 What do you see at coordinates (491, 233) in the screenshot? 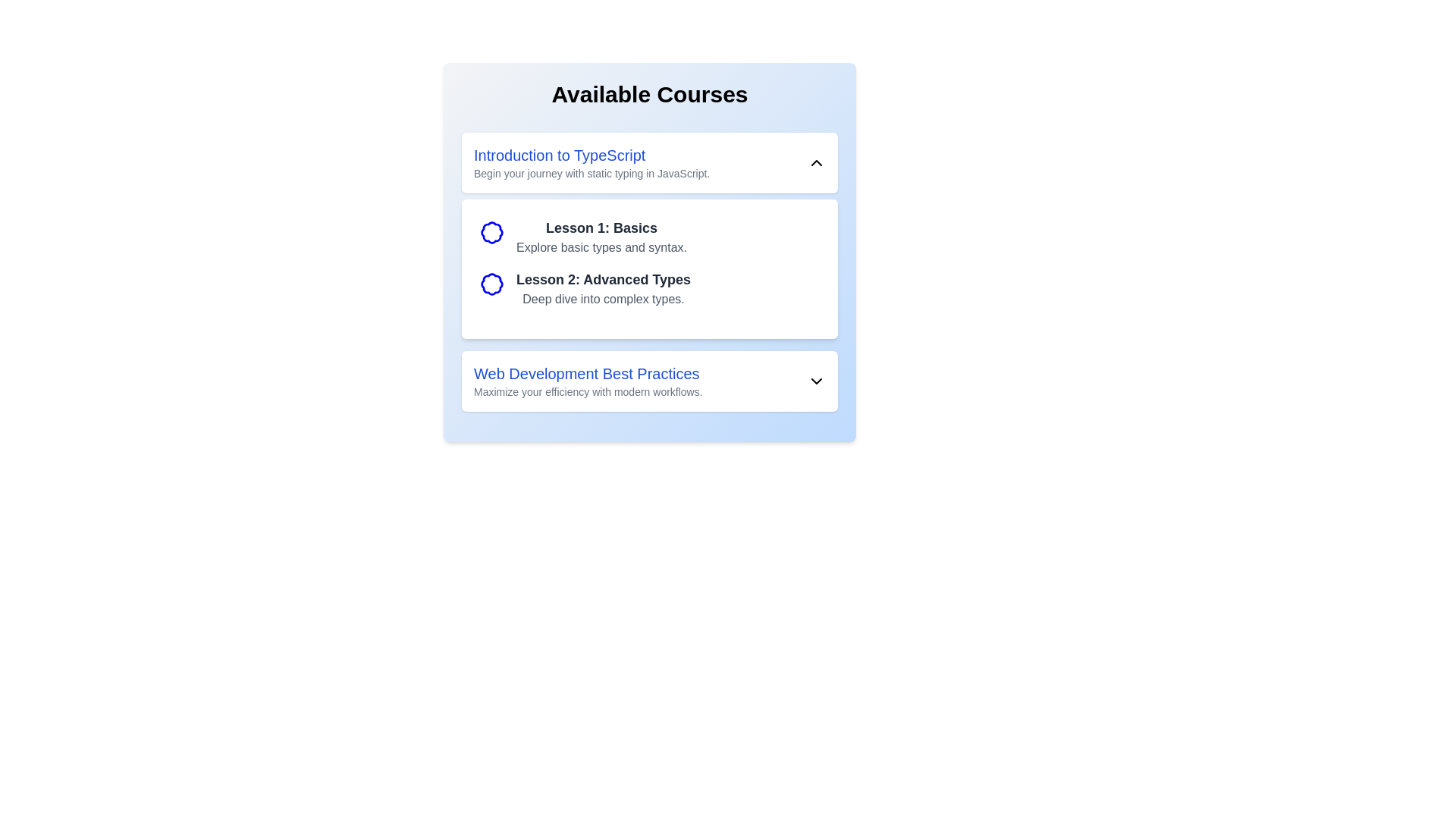
I see `the Decorative icon for the 'Lesson 1: Basics' item located in the 'Available Courses' section, which is the first icon in this group, positioned directly to the left of the text content` at bounding box center [491, 233].